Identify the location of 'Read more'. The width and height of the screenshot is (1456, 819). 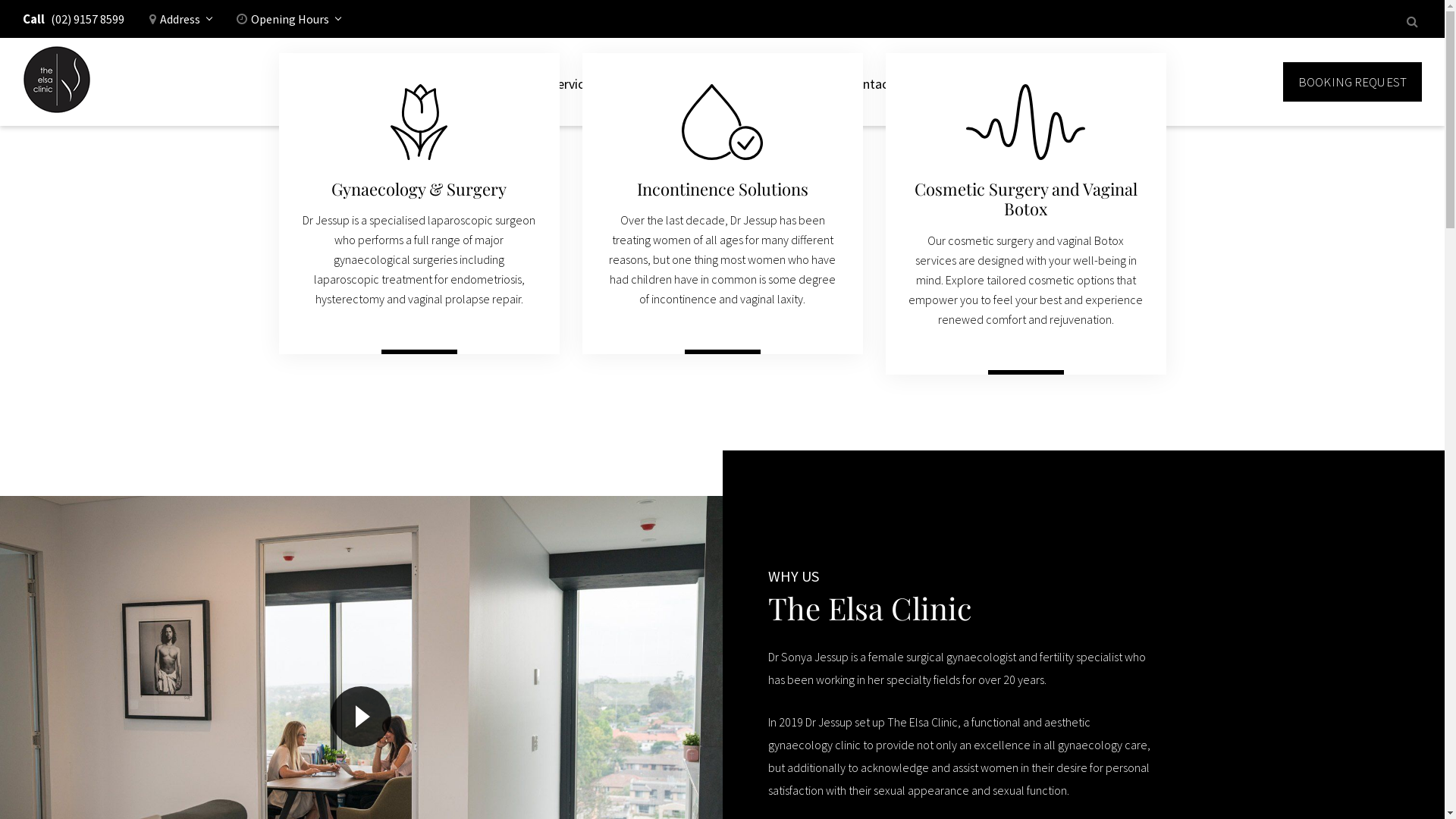
(683, 359).